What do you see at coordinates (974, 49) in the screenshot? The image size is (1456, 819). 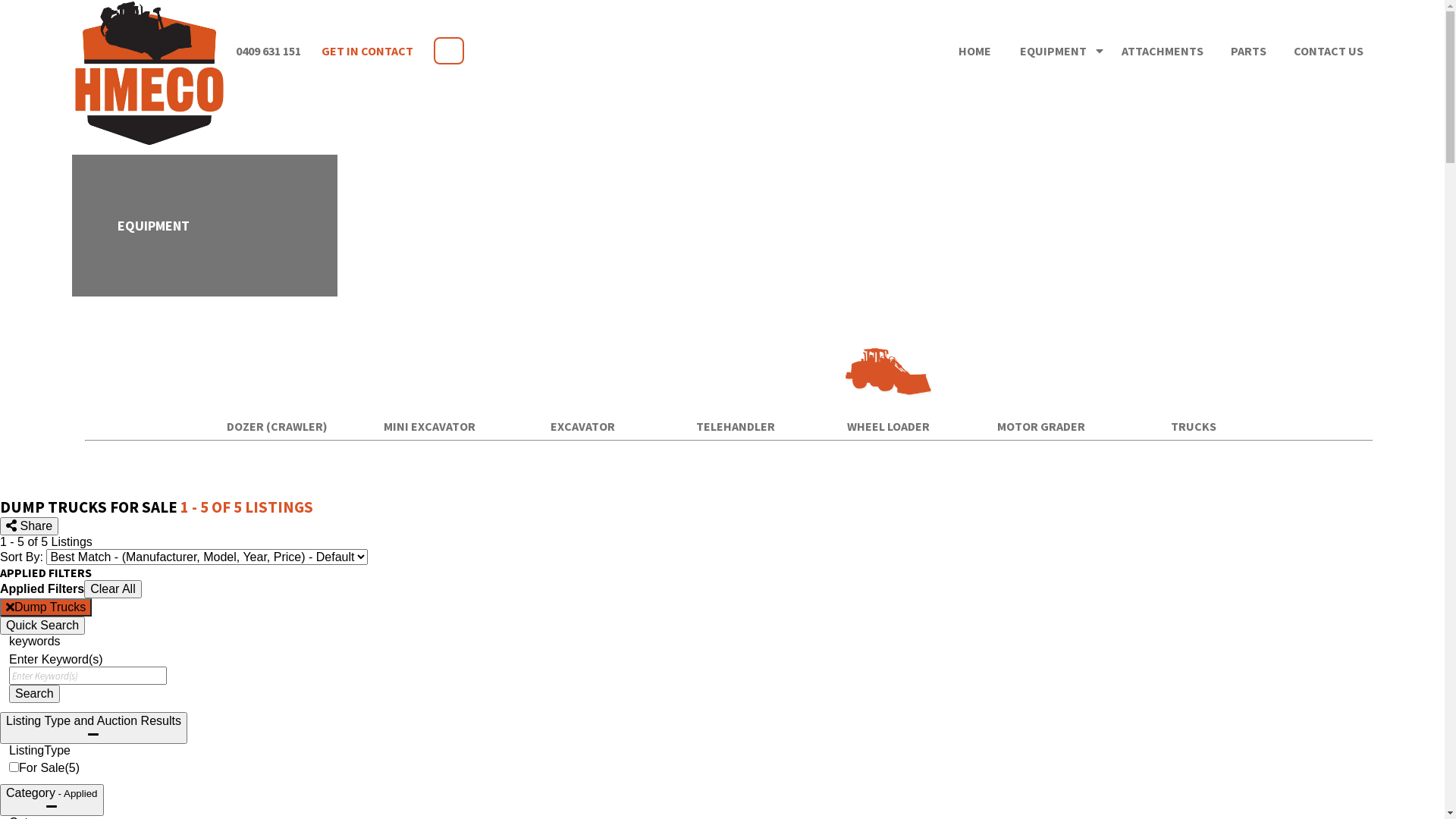 I see `'HOME'` at bounding box center [974, 49].